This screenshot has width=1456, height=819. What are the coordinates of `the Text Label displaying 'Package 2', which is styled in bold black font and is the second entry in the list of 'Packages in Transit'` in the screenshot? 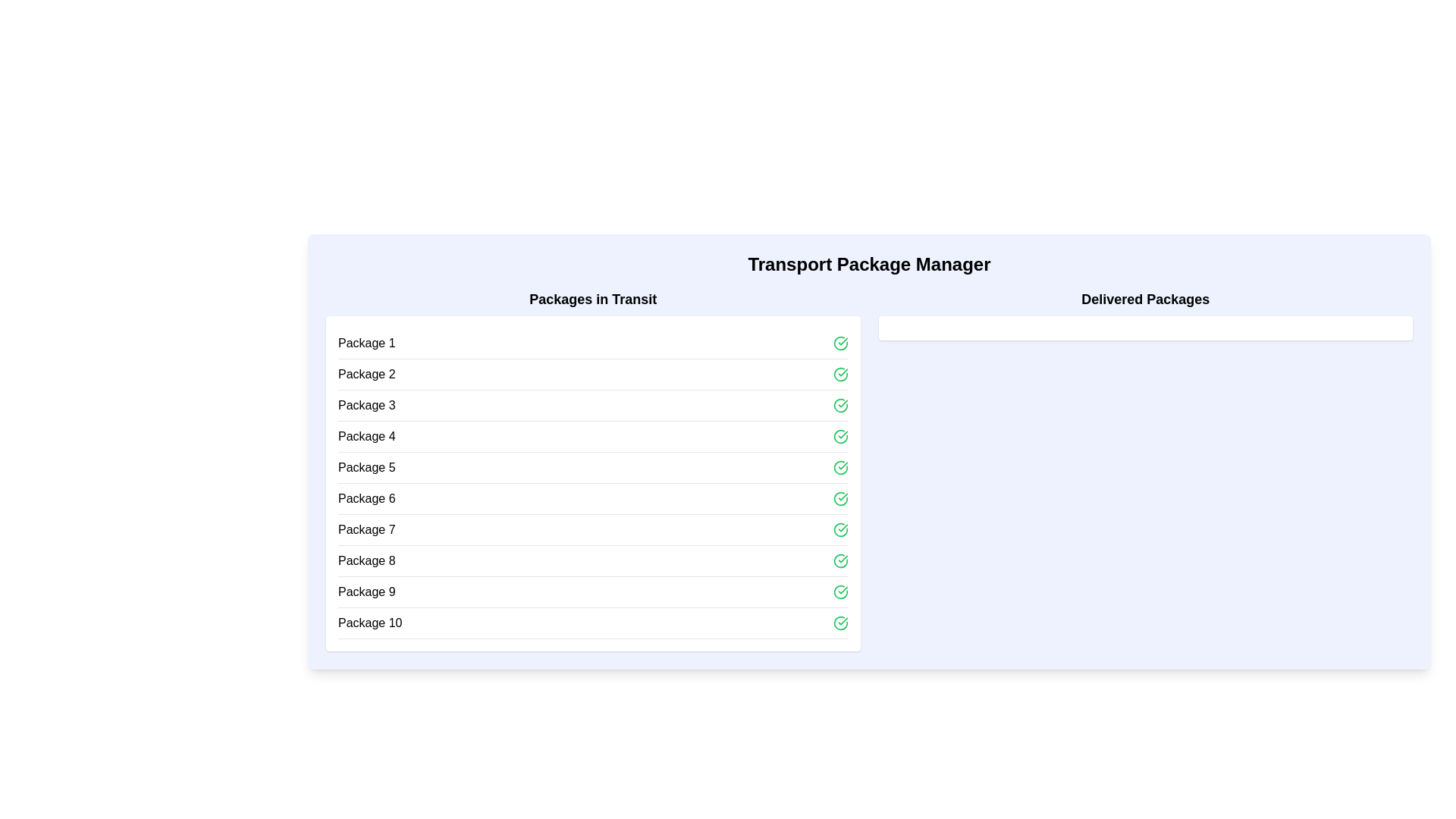 It's located at (366, 374).